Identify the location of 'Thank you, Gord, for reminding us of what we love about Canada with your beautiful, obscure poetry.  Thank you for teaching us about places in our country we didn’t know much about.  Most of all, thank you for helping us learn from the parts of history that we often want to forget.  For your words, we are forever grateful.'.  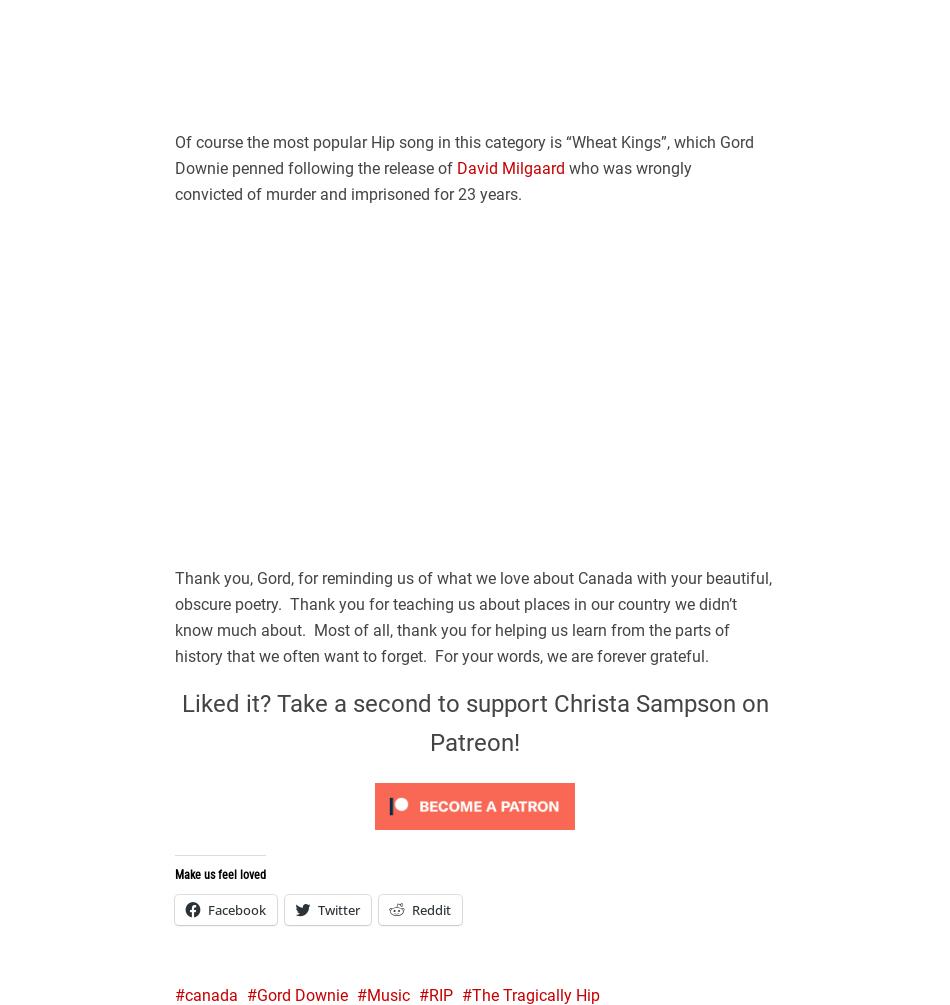
(174, 615).